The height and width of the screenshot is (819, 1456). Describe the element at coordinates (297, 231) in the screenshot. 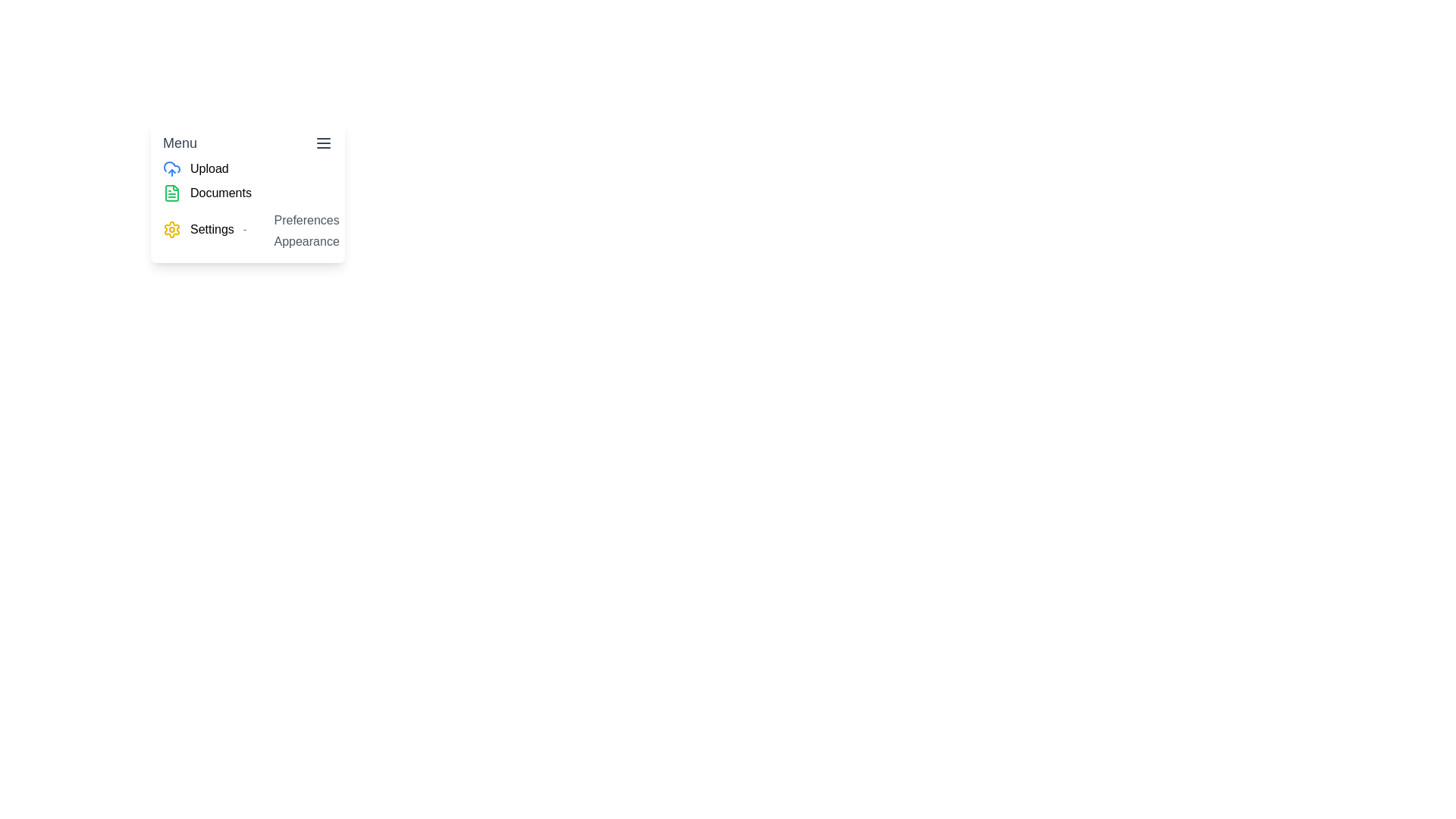

I see `the 'Appearance' option in the submenu under 'Settings'` at that location.